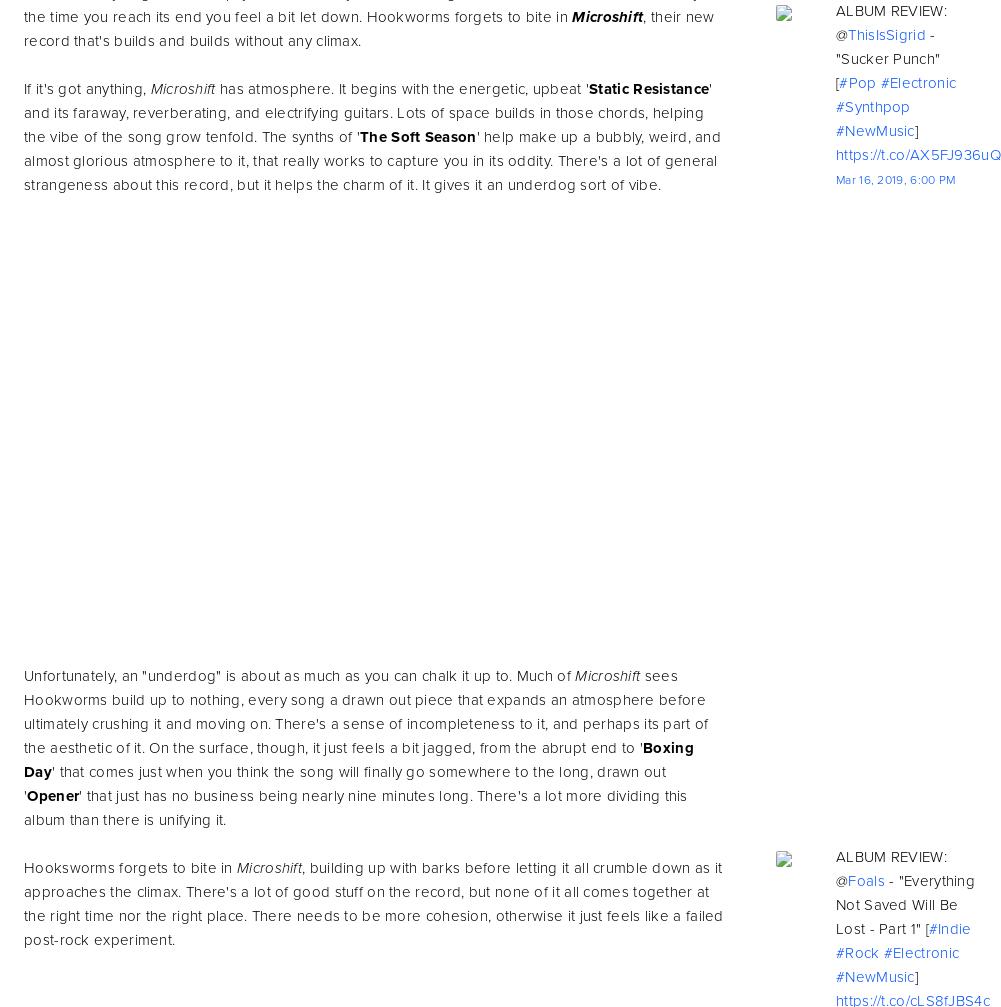  What do you see at coordinates (865, 880) in the screenshot?
I see `'Foals'` at bounding box center [865, 880].